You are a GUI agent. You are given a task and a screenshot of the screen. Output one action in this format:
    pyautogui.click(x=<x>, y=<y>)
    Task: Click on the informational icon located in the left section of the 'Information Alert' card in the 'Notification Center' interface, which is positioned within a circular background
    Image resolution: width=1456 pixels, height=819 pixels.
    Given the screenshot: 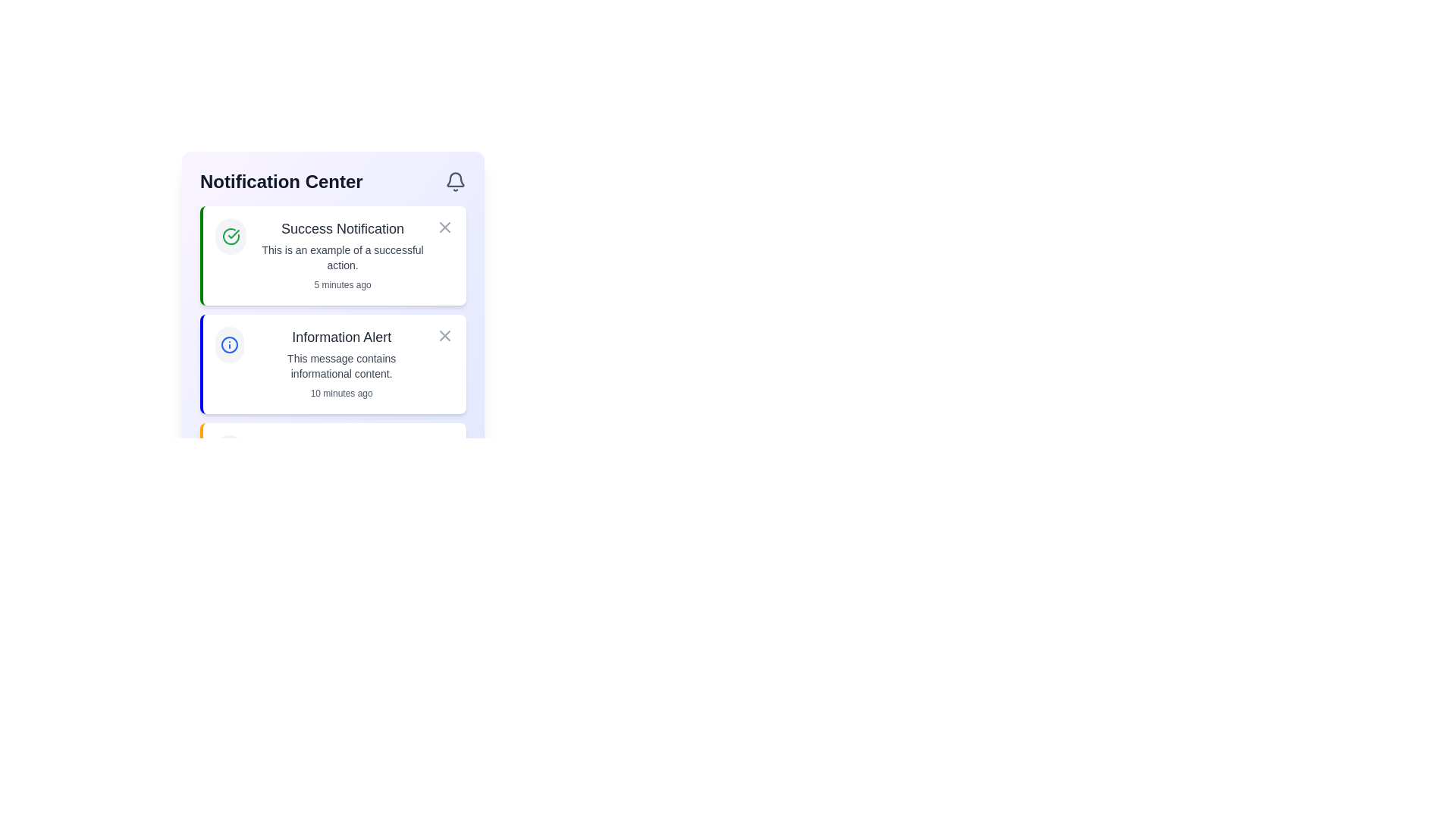 What is the action you would take?
    pyautogui.click(x=229, y=345)
    